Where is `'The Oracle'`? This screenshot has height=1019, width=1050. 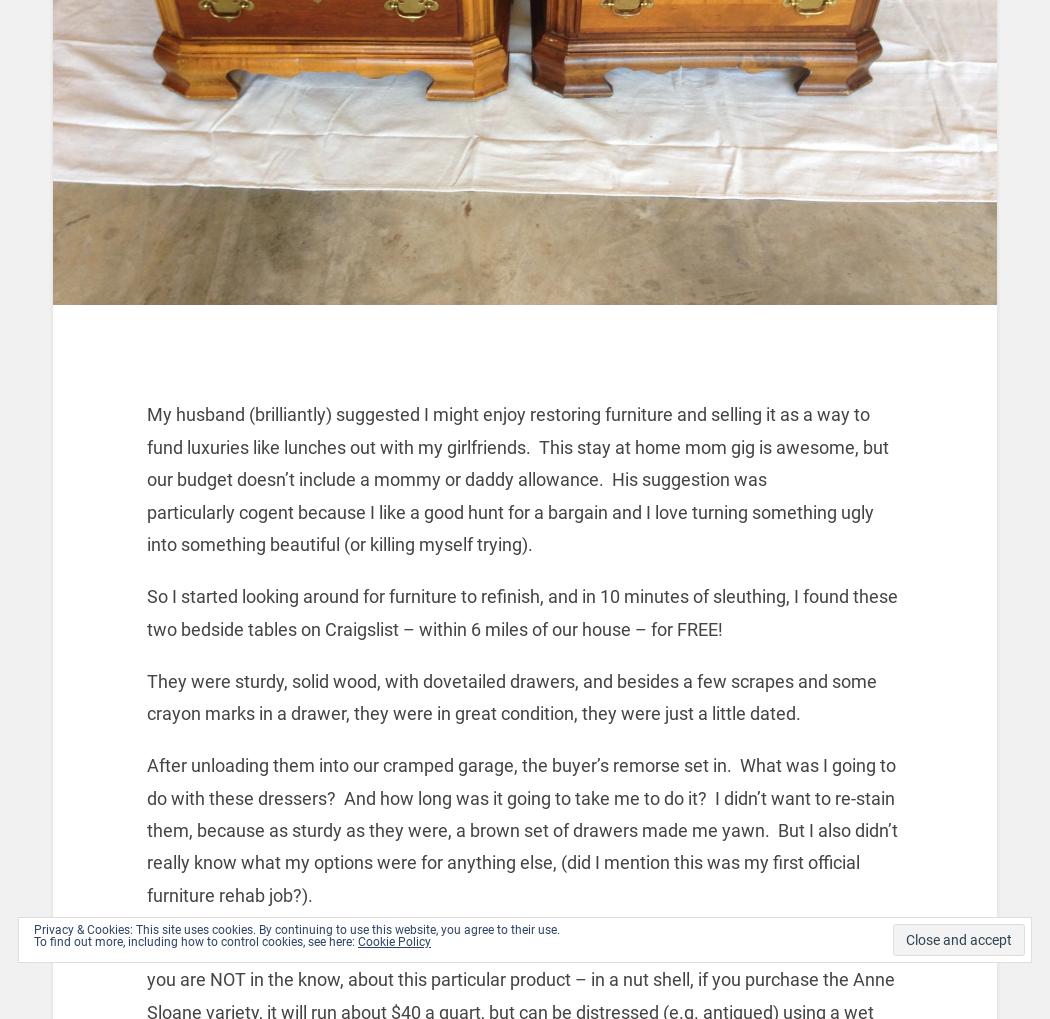
'The Oracle' is located at coordinates (279, 946).